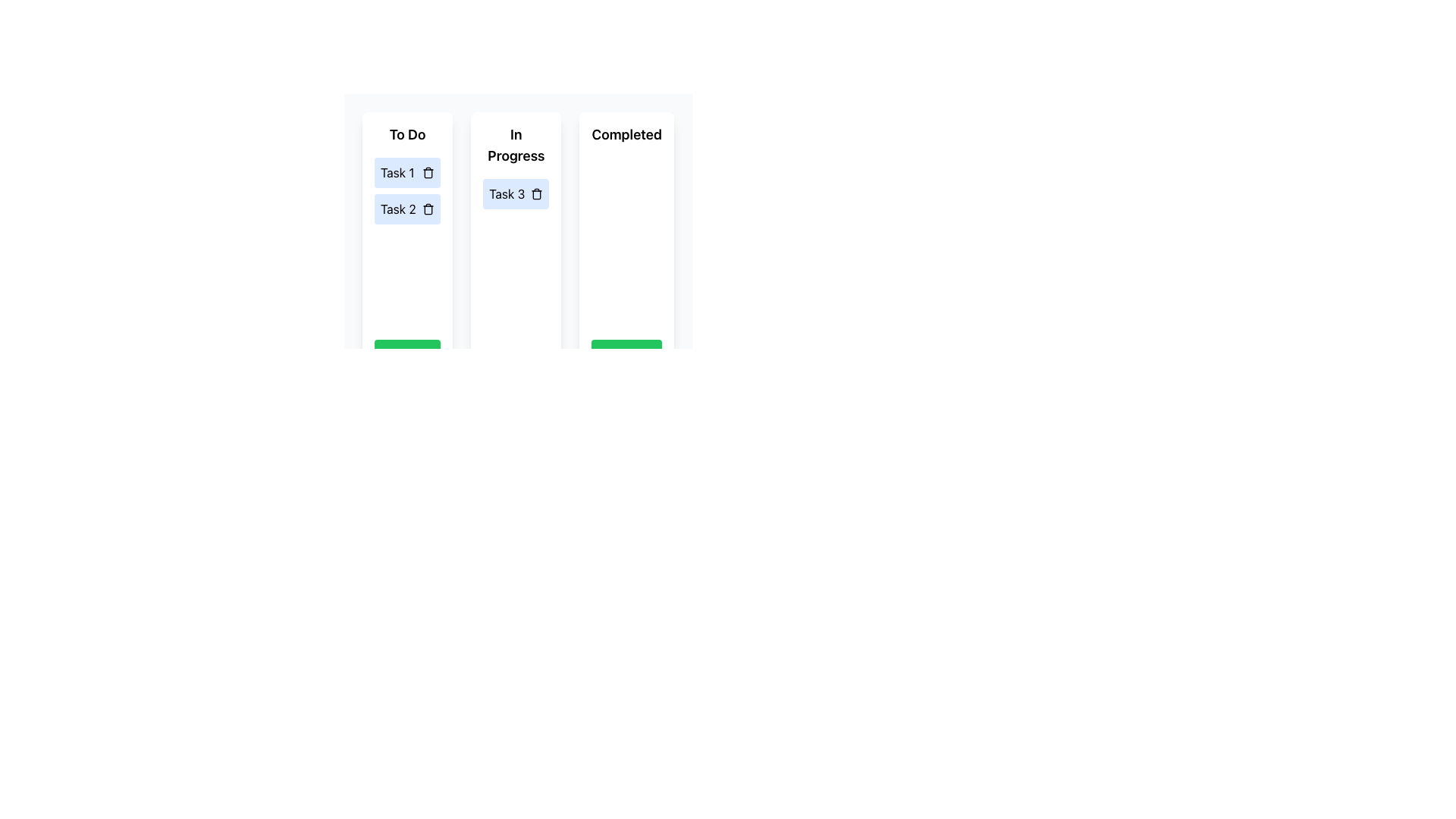 The width and height of the screenshot is (1456, 819). I want to click on the task management section labeled 'Completed' to provide visual feedback, so click(626, 265).